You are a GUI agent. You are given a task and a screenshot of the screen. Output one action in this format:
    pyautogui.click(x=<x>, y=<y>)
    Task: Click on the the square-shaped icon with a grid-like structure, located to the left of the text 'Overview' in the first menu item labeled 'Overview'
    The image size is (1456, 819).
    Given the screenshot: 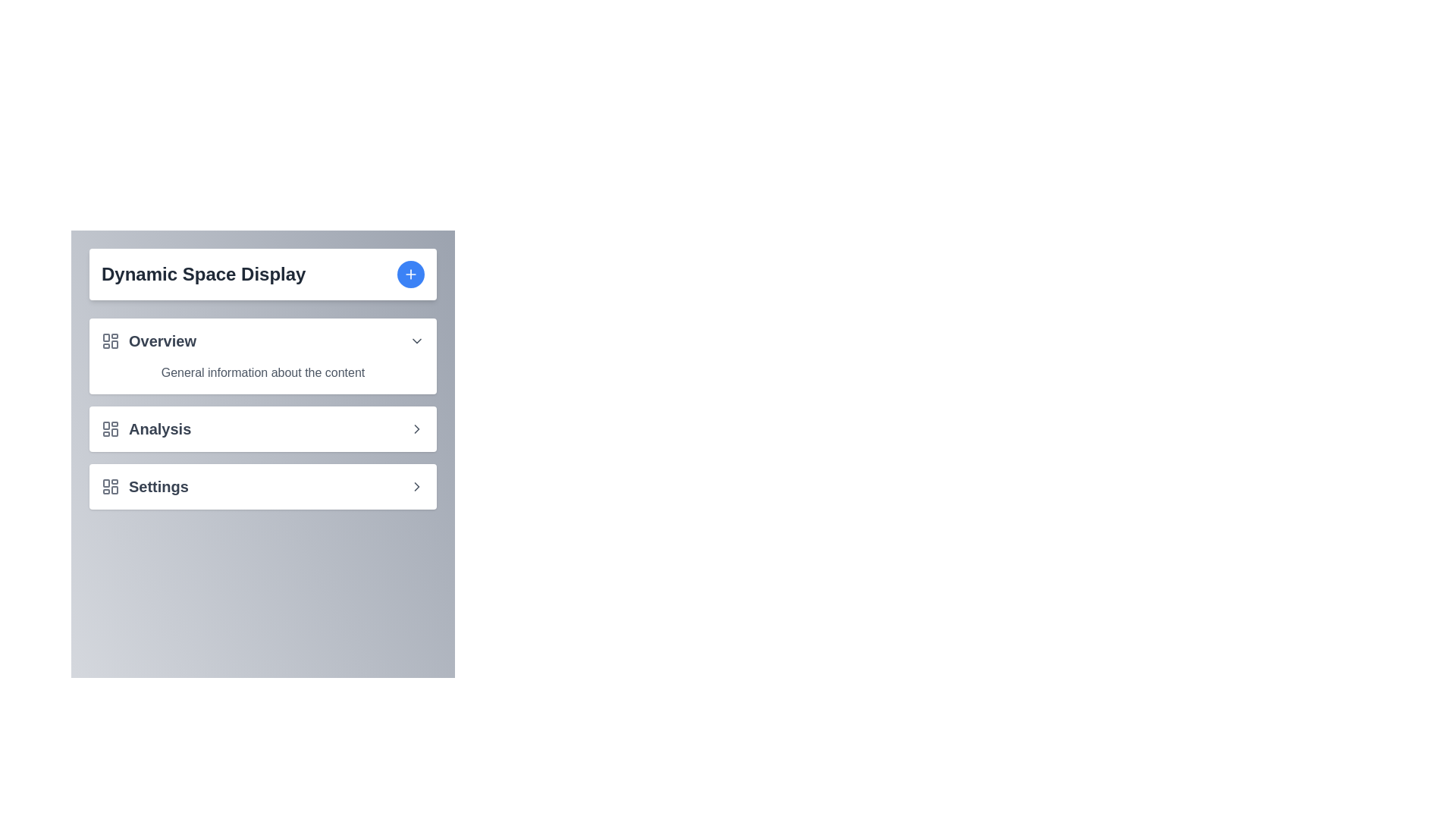 What is the action you would take?
    pyautogui.click(x=109, y=341)
    